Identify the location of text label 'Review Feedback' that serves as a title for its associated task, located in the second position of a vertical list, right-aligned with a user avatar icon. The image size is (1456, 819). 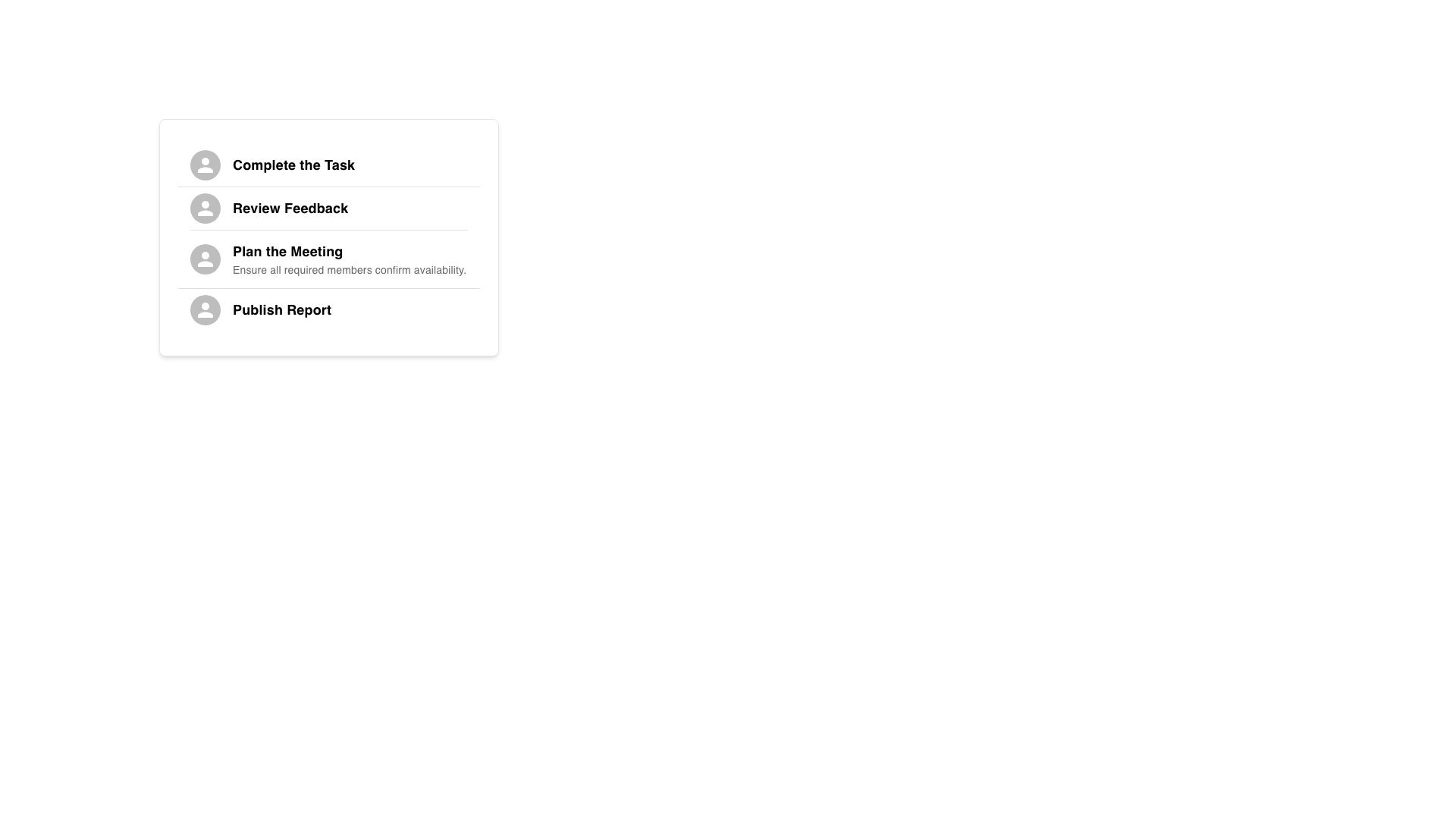
(290, 208).